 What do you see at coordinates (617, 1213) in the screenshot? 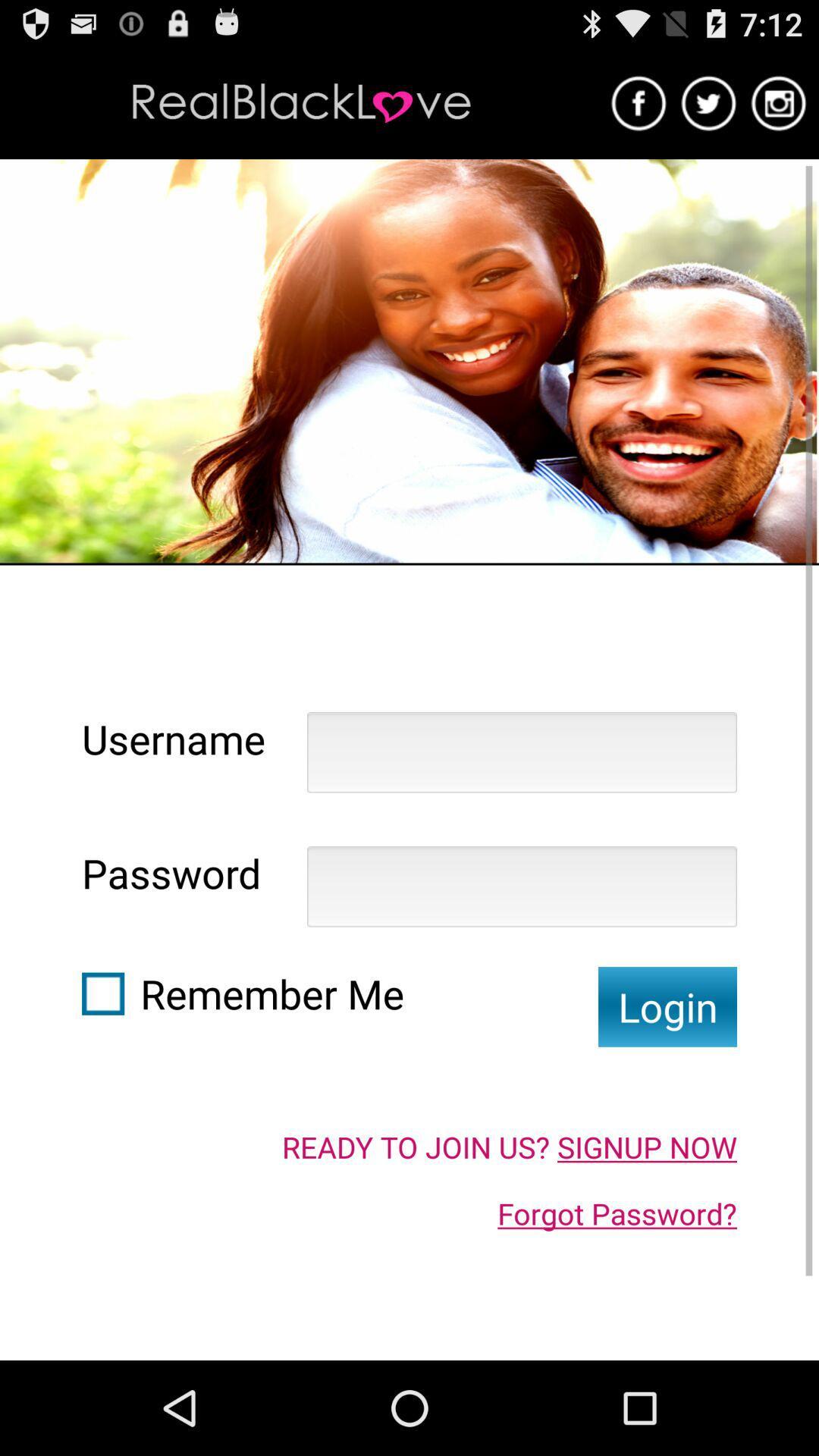
I see `the forgot password? app` at bounding box center [617, 1213].